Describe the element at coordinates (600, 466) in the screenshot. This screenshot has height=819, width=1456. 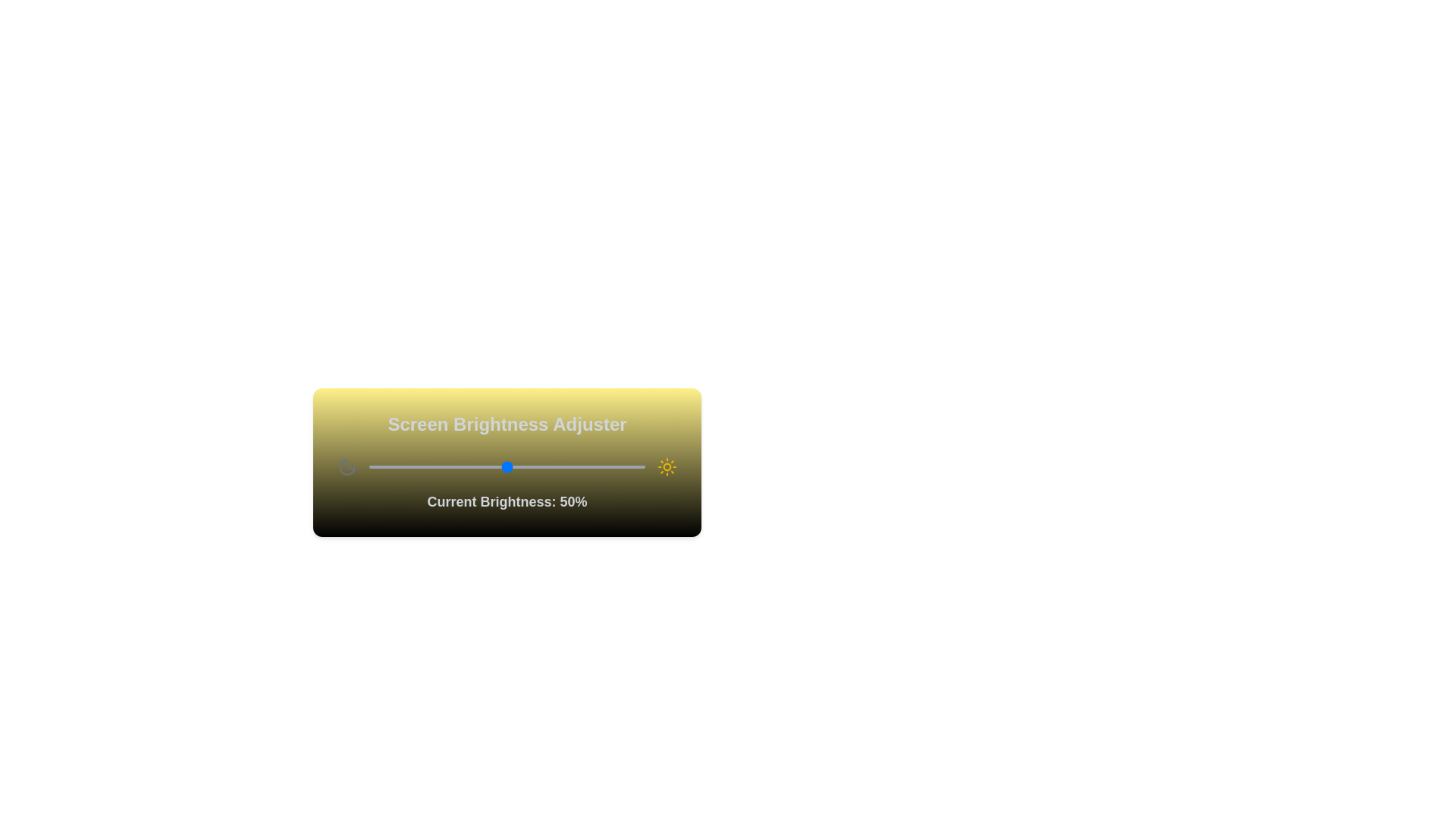
I see `the brightness slider to 84%` at that location.